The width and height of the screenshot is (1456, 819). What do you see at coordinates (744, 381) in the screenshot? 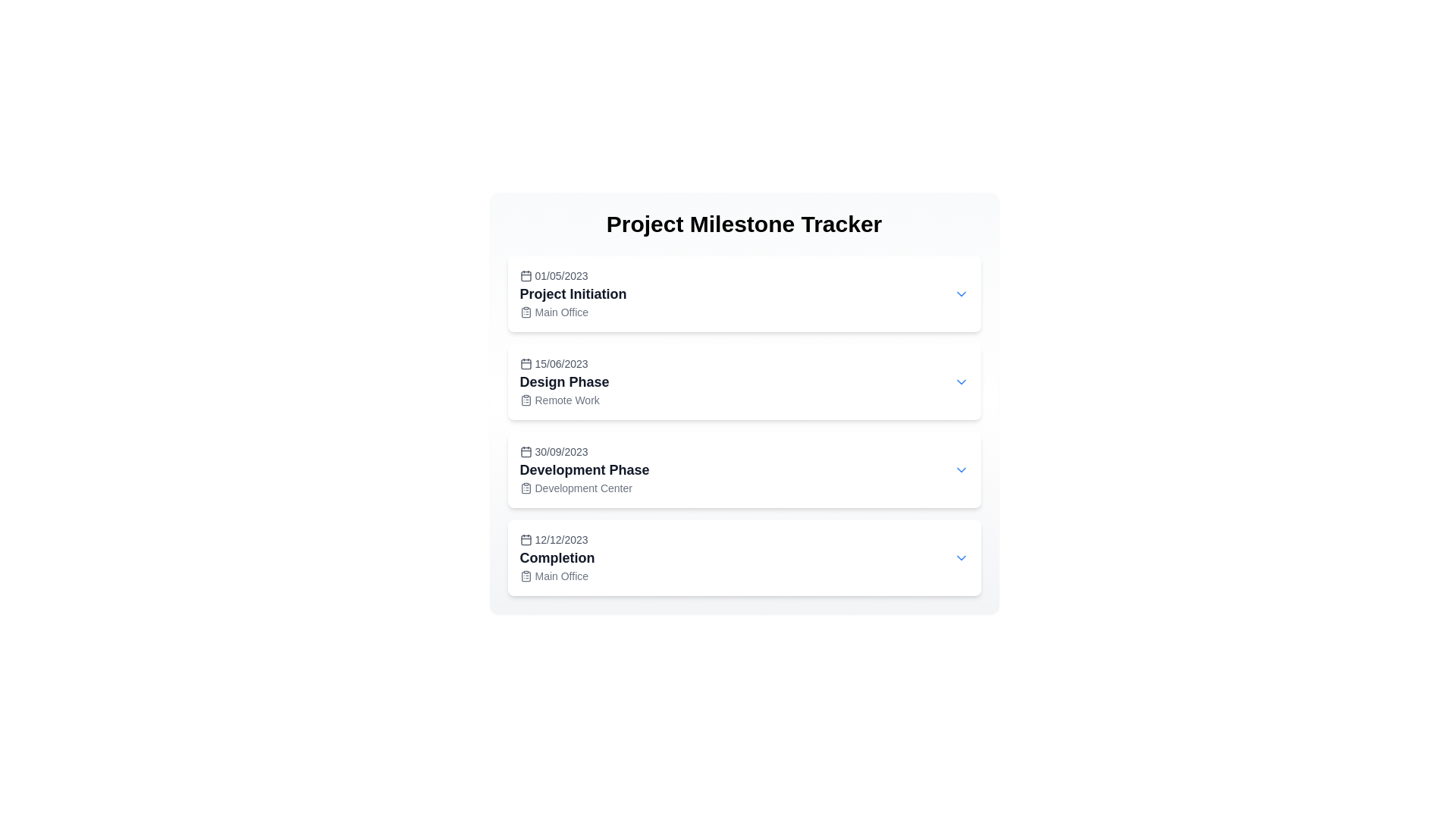
I see `the second card in the 'Project Milestone Tracker' section, which has a white background, rounded corners, and contains the title 'Design Phase'` at bounding box center [744, 381].